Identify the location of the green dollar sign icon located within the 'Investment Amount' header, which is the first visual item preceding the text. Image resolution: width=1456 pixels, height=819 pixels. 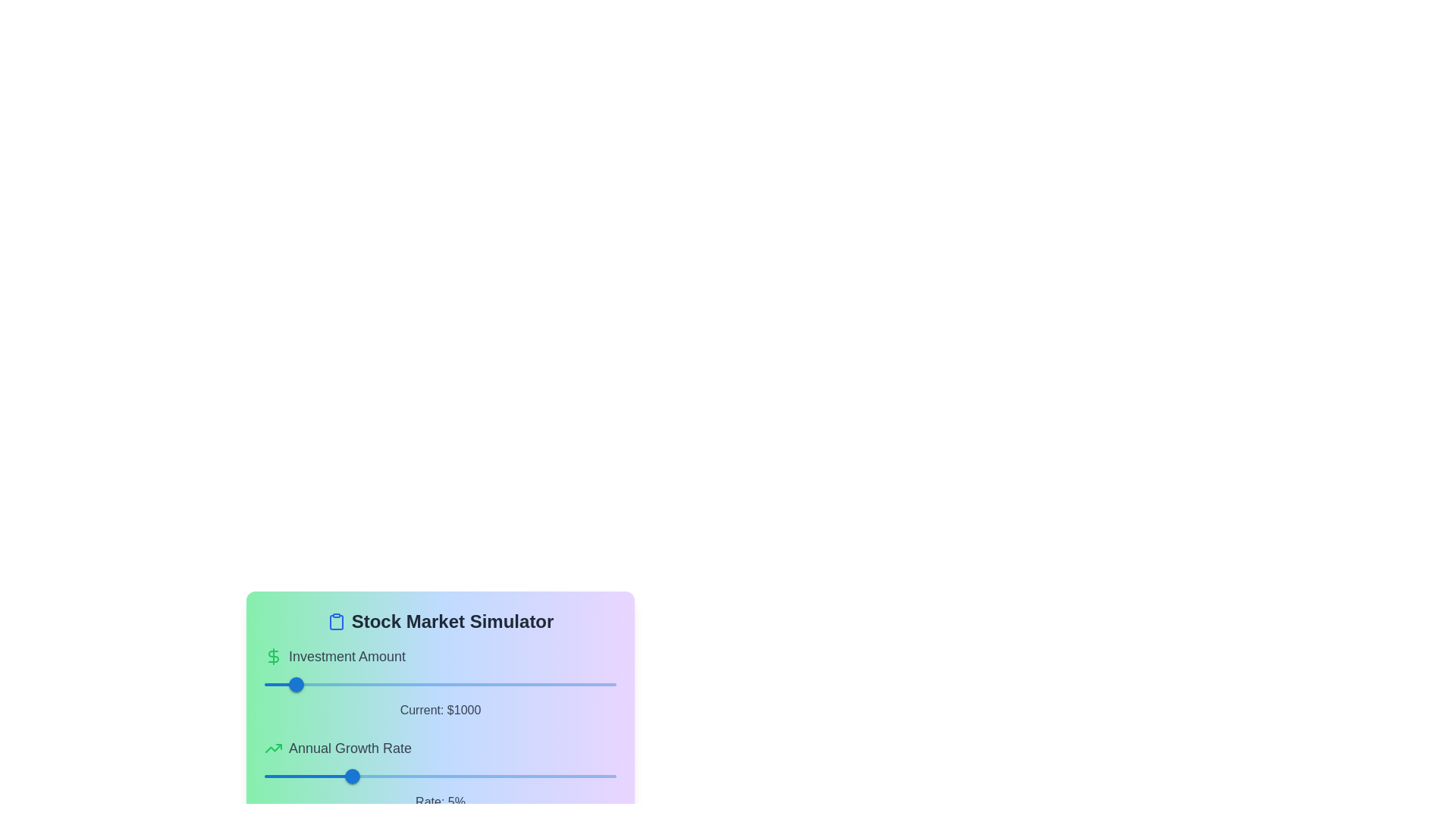
(273, 656).